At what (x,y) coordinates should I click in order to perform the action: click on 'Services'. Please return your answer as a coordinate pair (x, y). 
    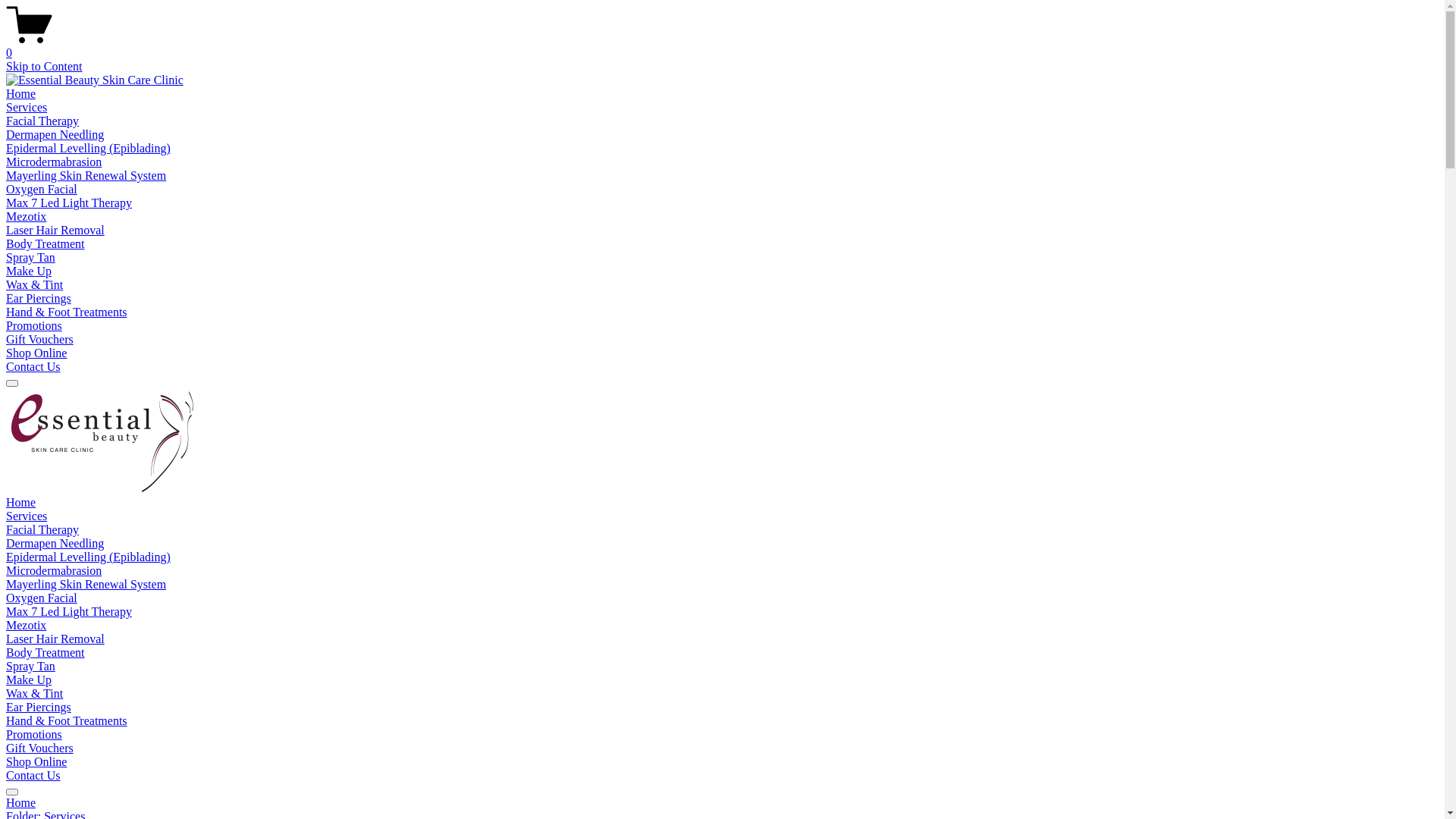
    Looking at the image, I should click on (26, 515).